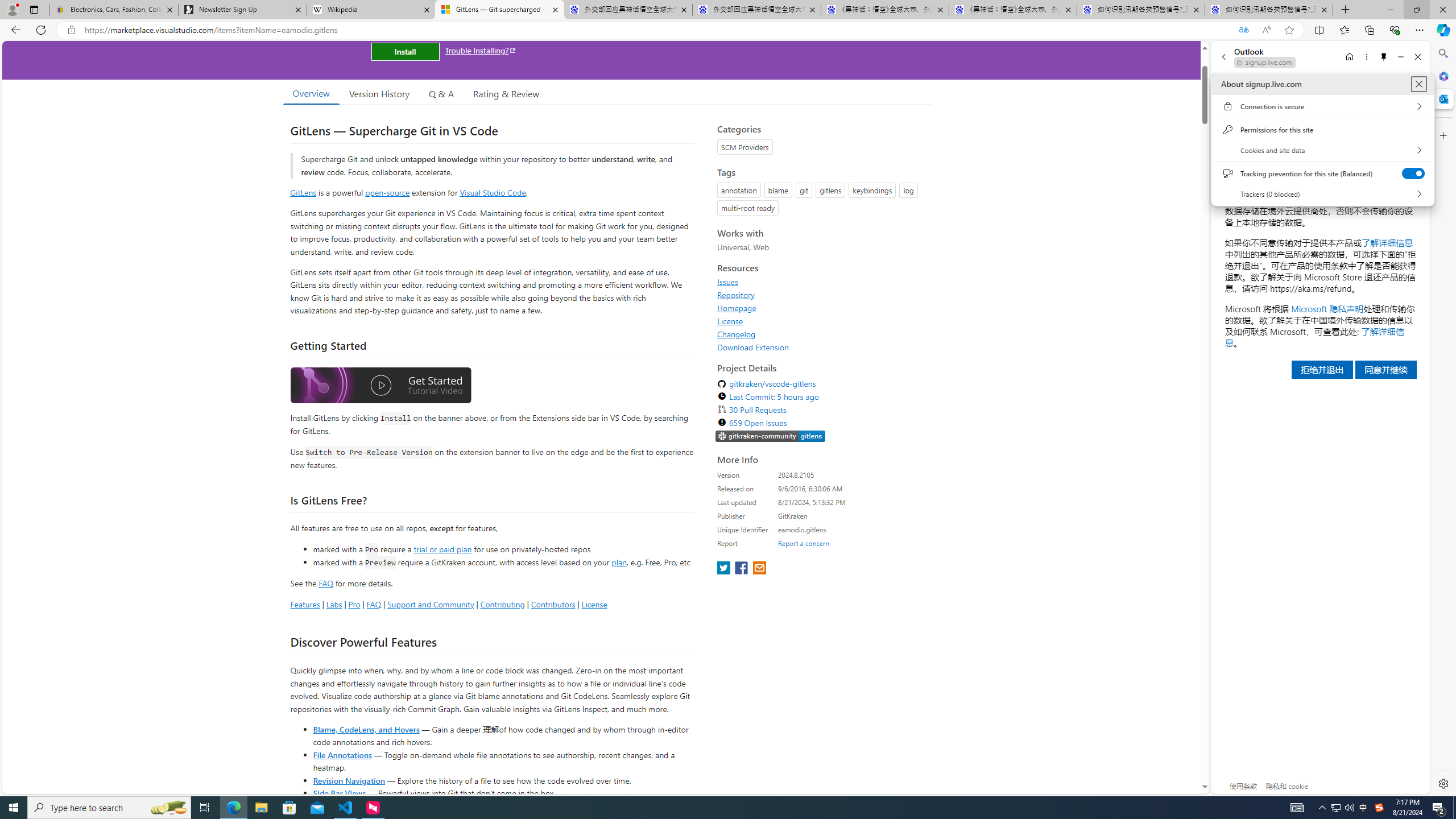 The image size is (1456, 819). What do you see at coordinates (1296, 806) in the screenshot?
I see `'AutomationID: 4105'` at bounding box center [1296, 806].